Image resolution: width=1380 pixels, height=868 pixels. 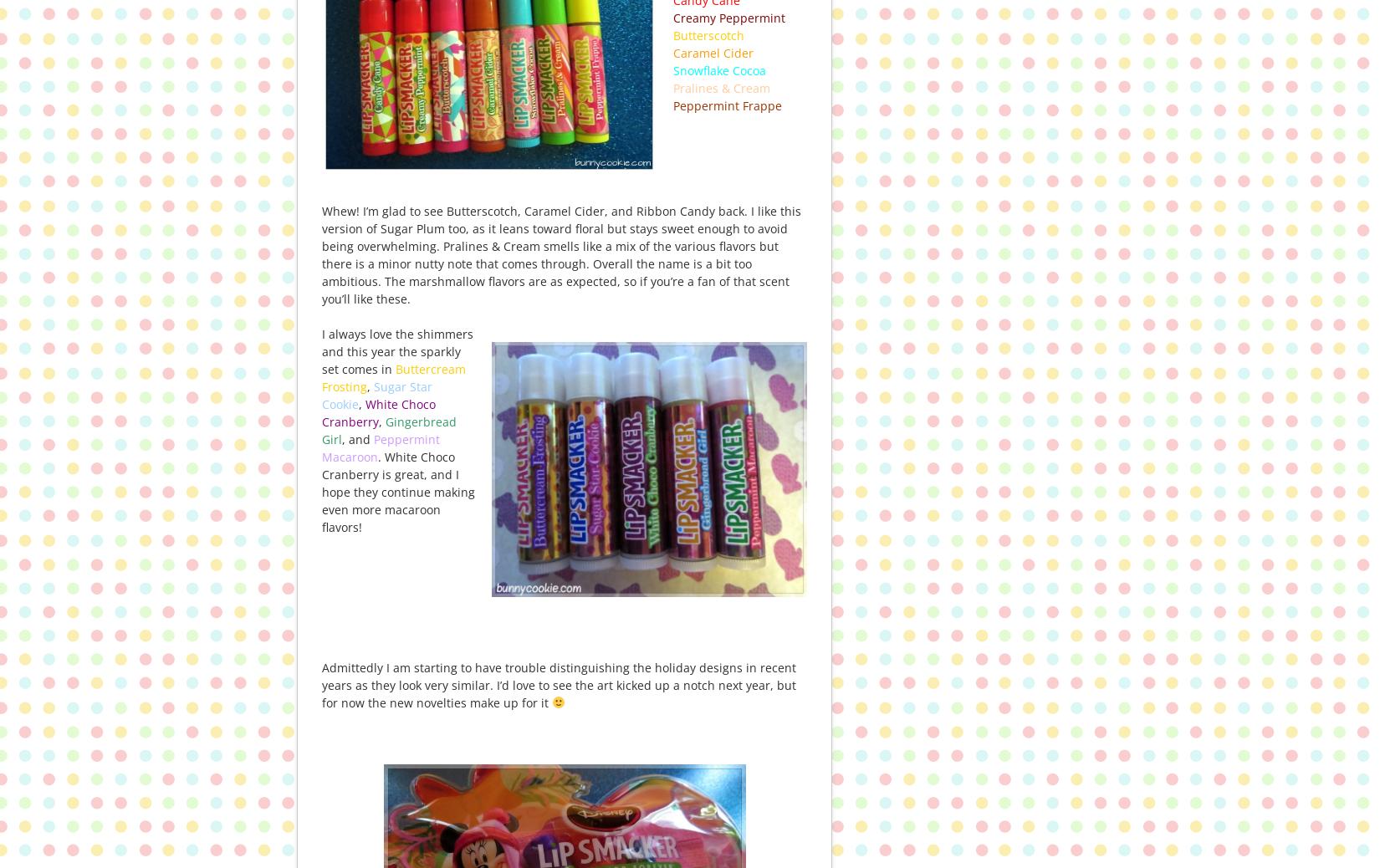 What do you see at coordinates (728, 104) in the screenshot?
I see `'Peppermint Frappe'` at bounding box center [728, 104].